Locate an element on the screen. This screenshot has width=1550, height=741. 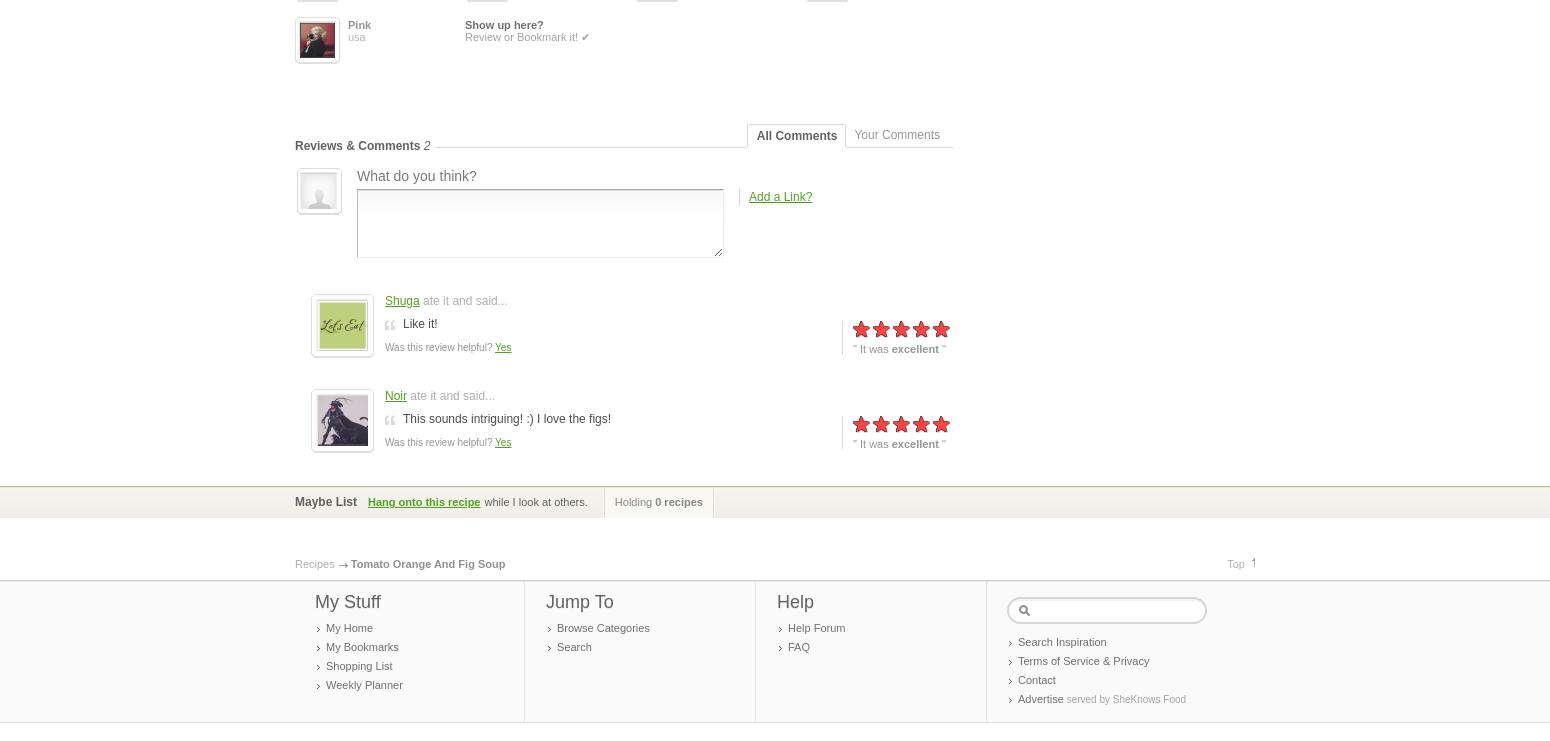
'Help' is located at coordinates (794, 601).